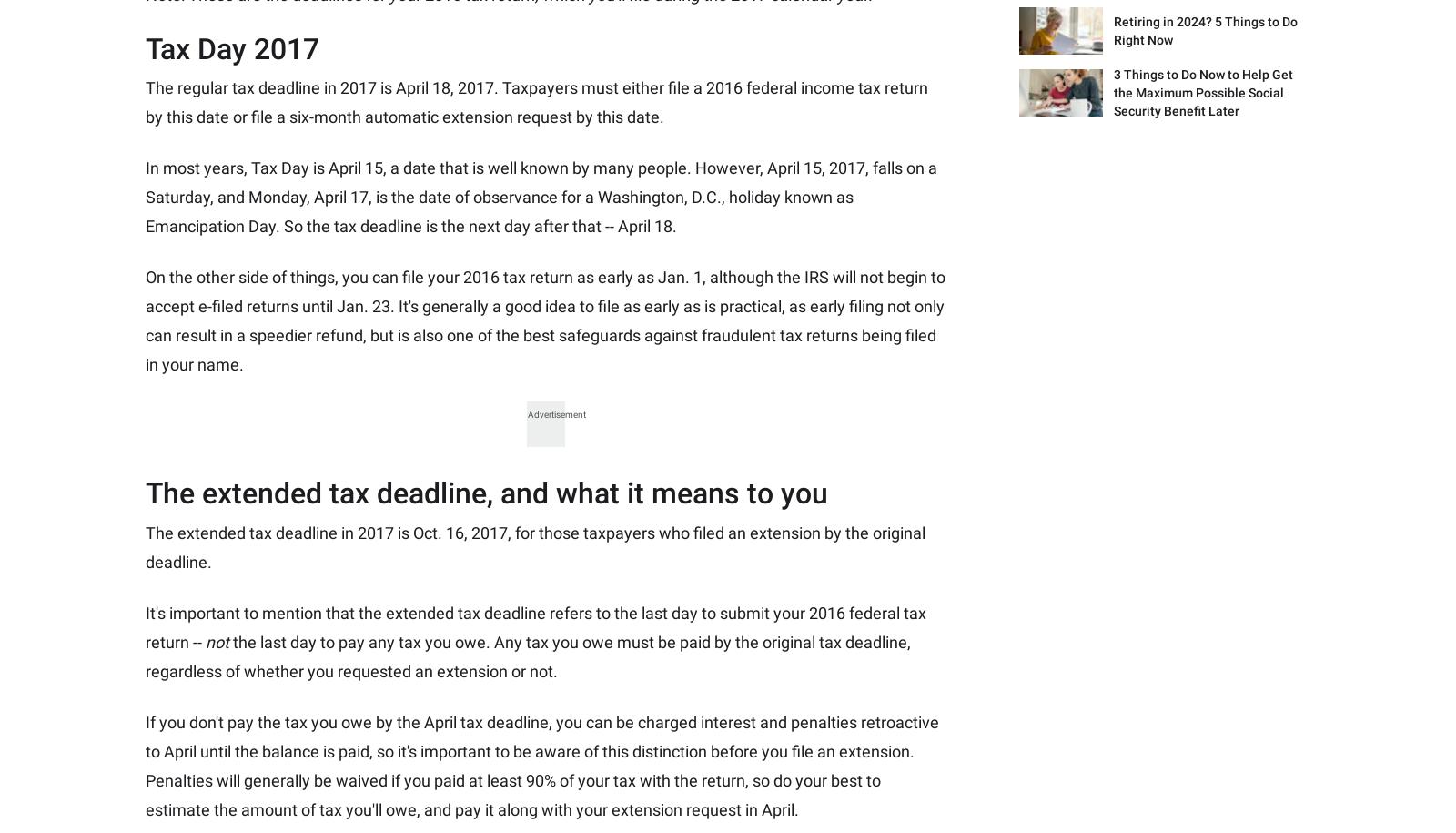 This screenshot has height=833, width=1456. I want to click on 'All Services', so click(668, 338).